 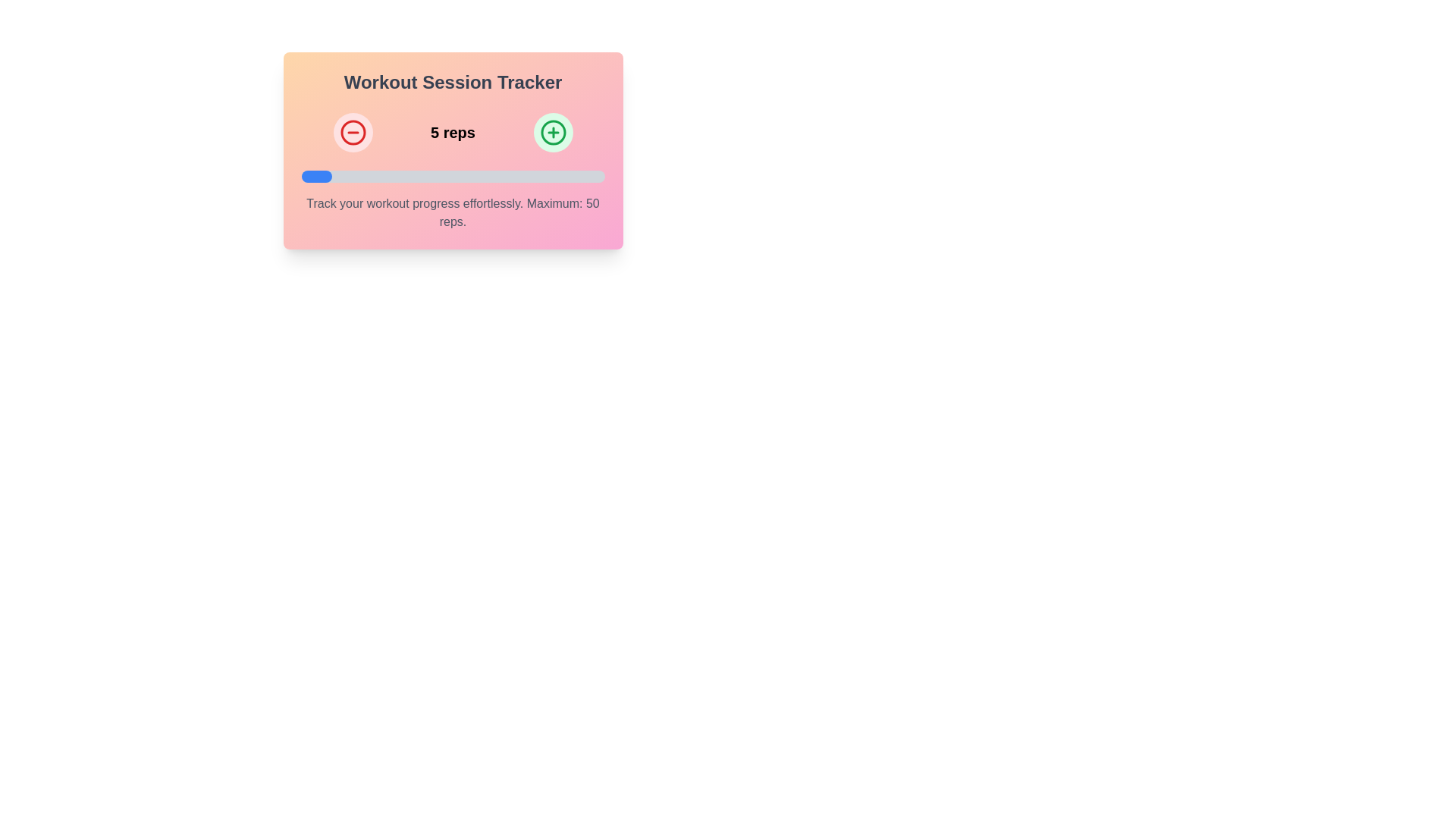 I want to click on the slider, so click(x=303, y=175).